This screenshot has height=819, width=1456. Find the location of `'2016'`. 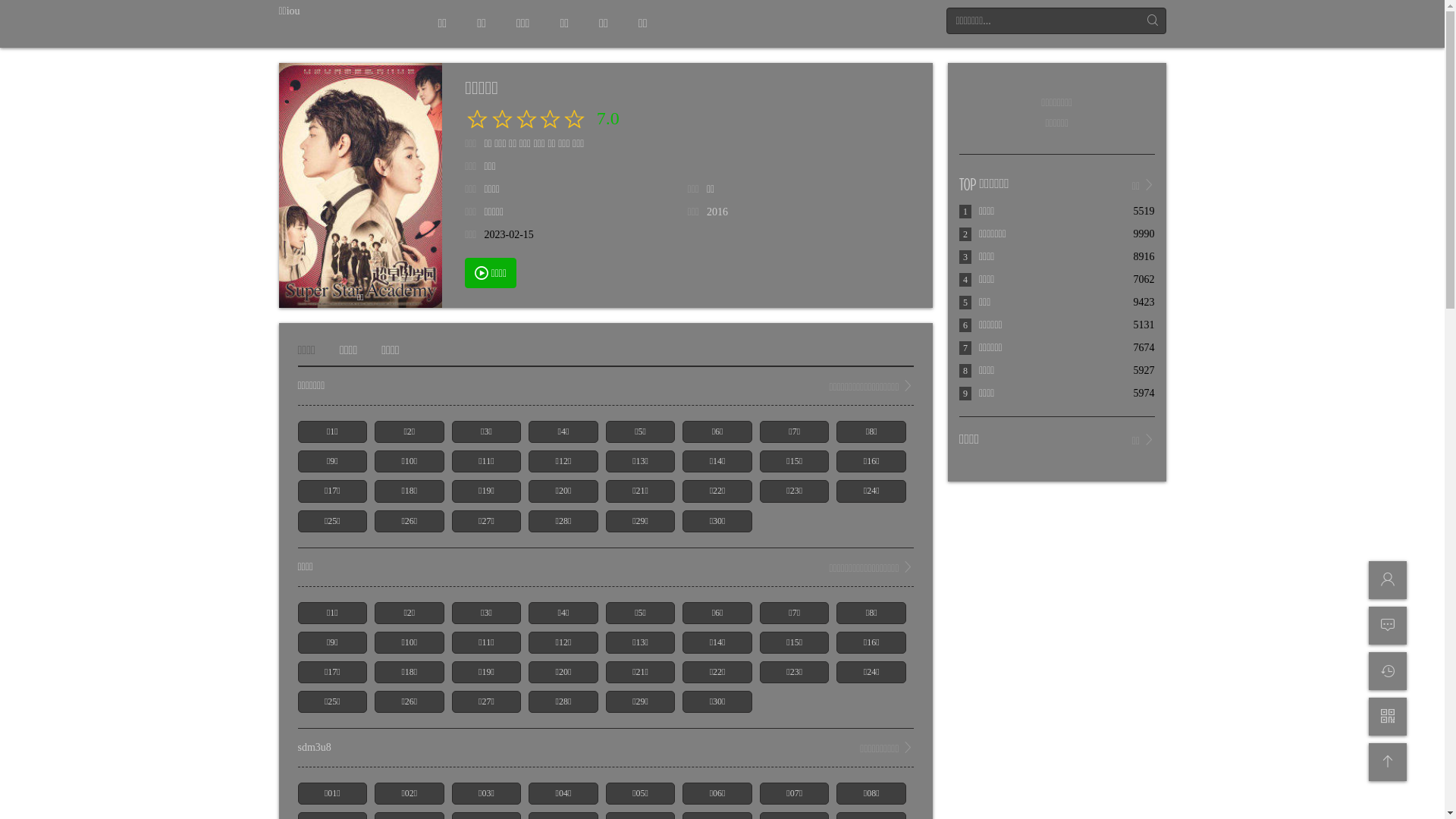

'2016' is located at coordinates (705, 212).